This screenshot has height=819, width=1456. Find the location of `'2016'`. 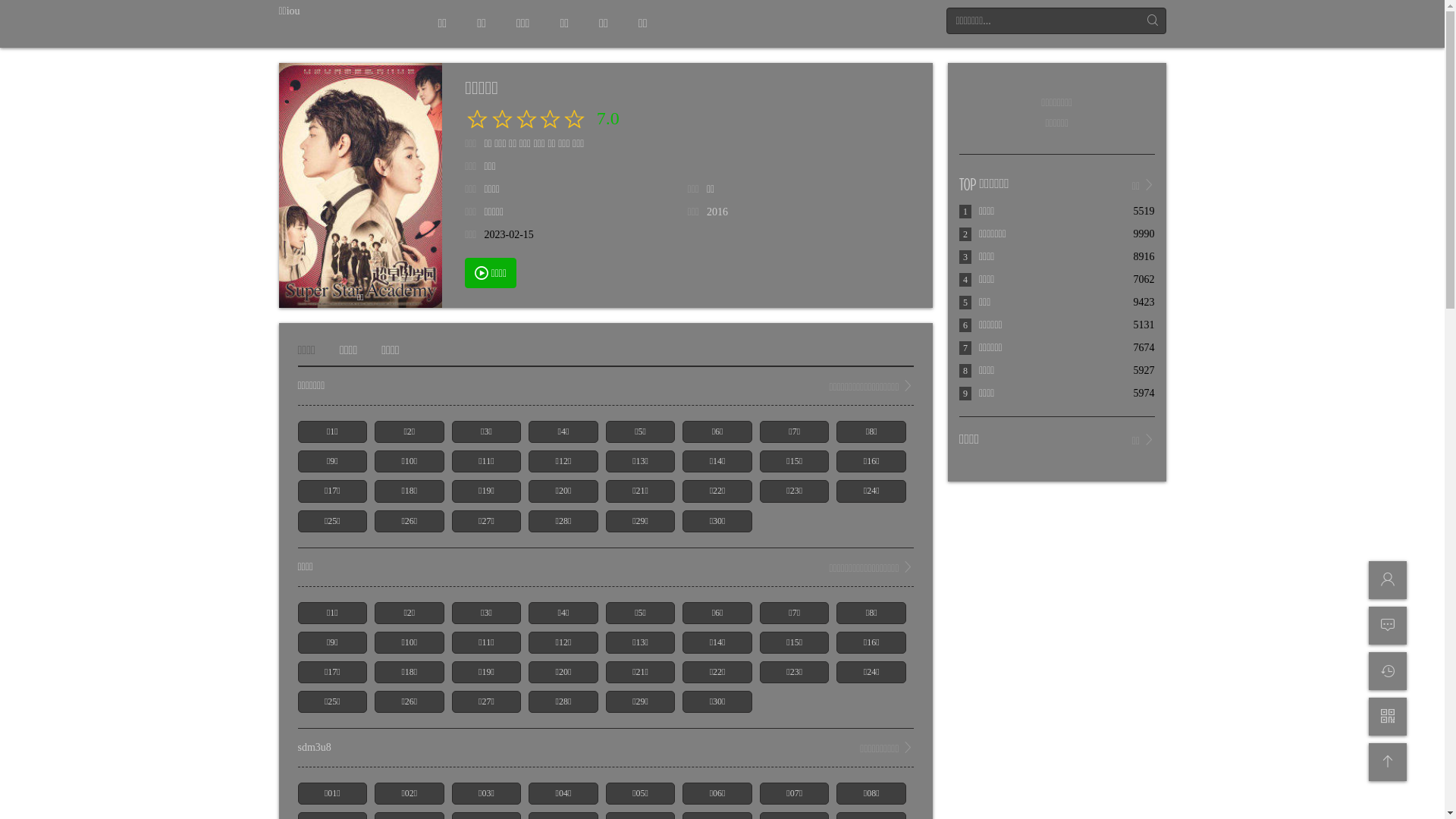

'2016' is located at coordinates (705, 212).